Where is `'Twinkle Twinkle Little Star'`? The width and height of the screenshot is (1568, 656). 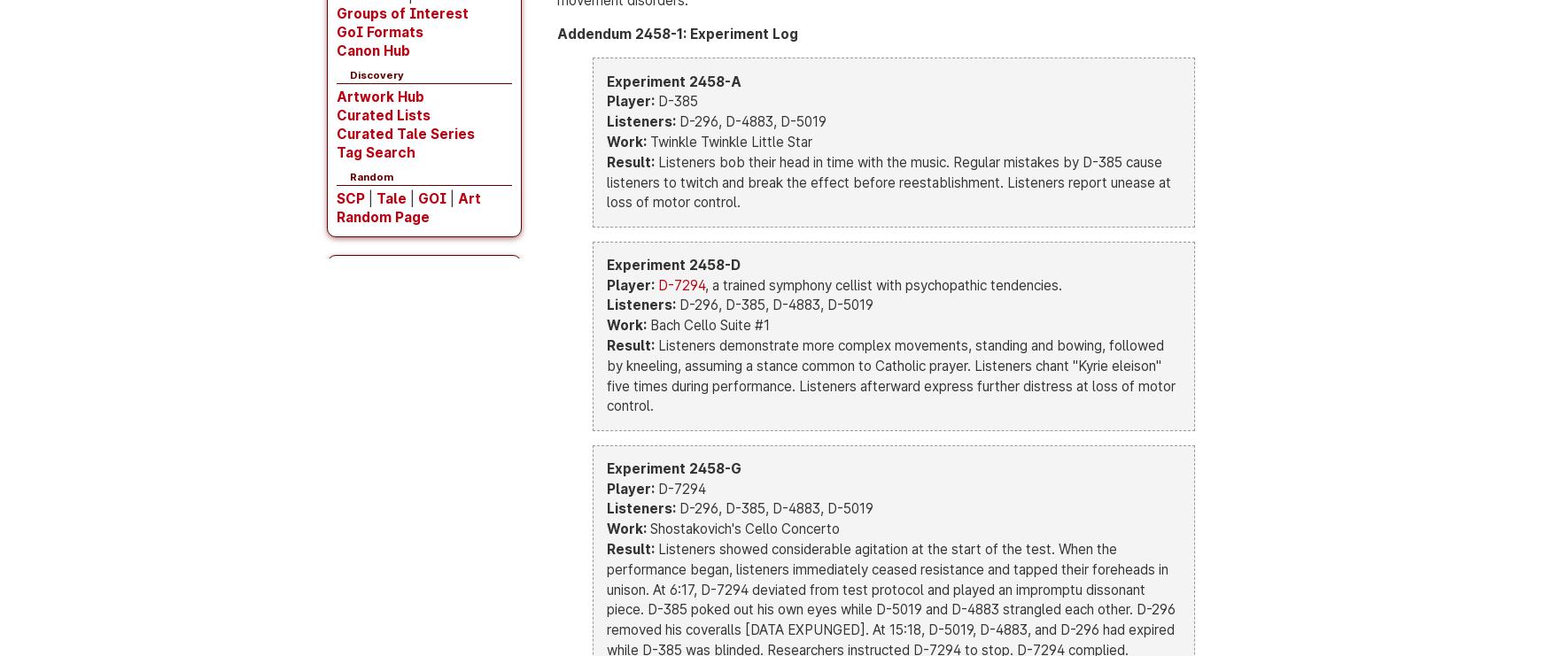
'Twinkle Twinkle Little Star' is located at coordinates (729, 142).